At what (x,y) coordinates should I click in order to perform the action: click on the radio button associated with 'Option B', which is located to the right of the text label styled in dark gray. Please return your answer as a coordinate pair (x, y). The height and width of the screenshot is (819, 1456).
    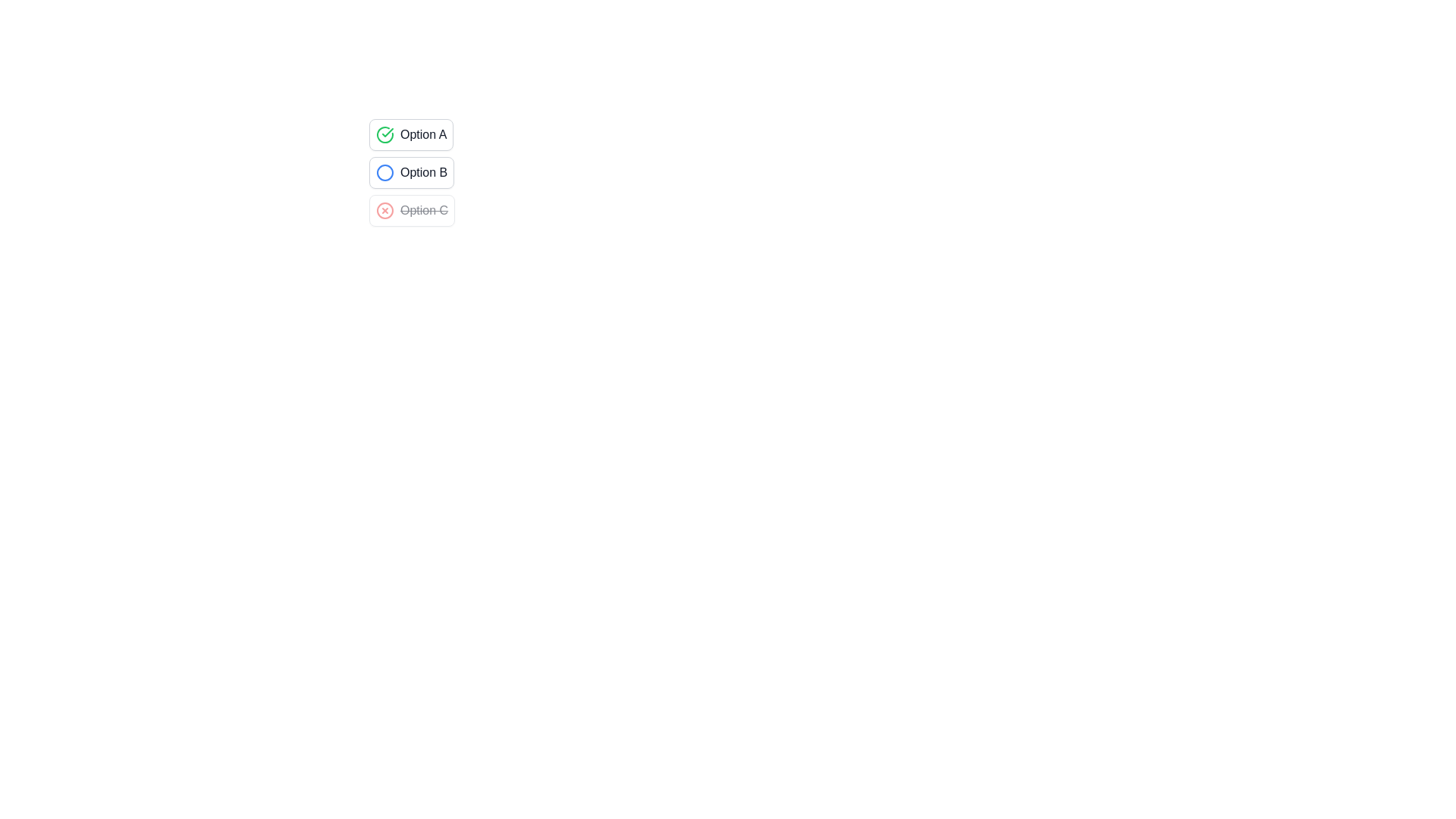
    Looking at the image, I should click on (424, 171).